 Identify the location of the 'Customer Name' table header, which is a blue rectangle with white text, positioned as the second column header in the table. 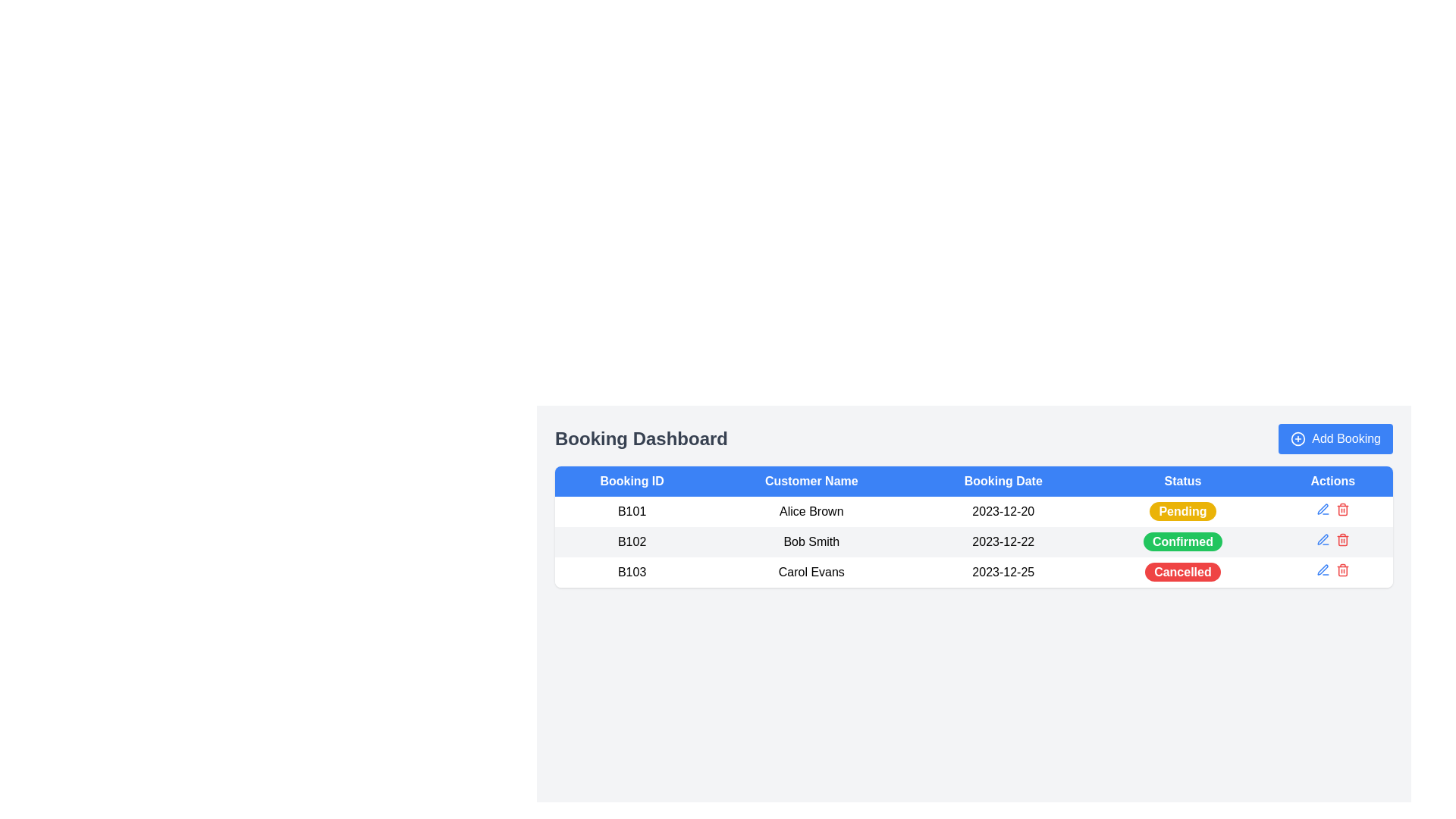
(811, 482).